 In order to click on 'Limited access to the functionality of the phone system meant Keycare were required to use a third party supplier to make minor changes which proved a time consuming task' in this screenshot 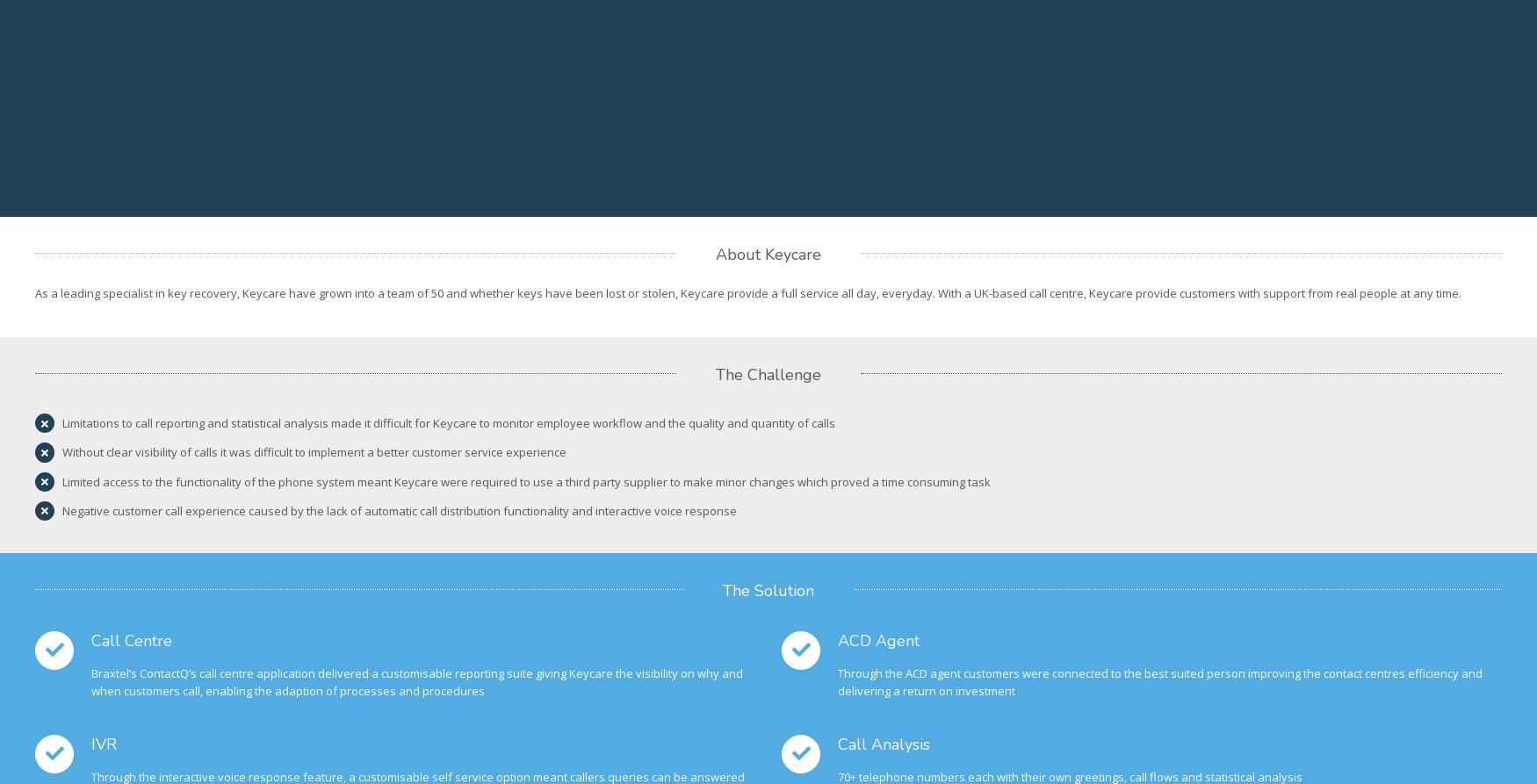, I will do `click(62, 480)`.